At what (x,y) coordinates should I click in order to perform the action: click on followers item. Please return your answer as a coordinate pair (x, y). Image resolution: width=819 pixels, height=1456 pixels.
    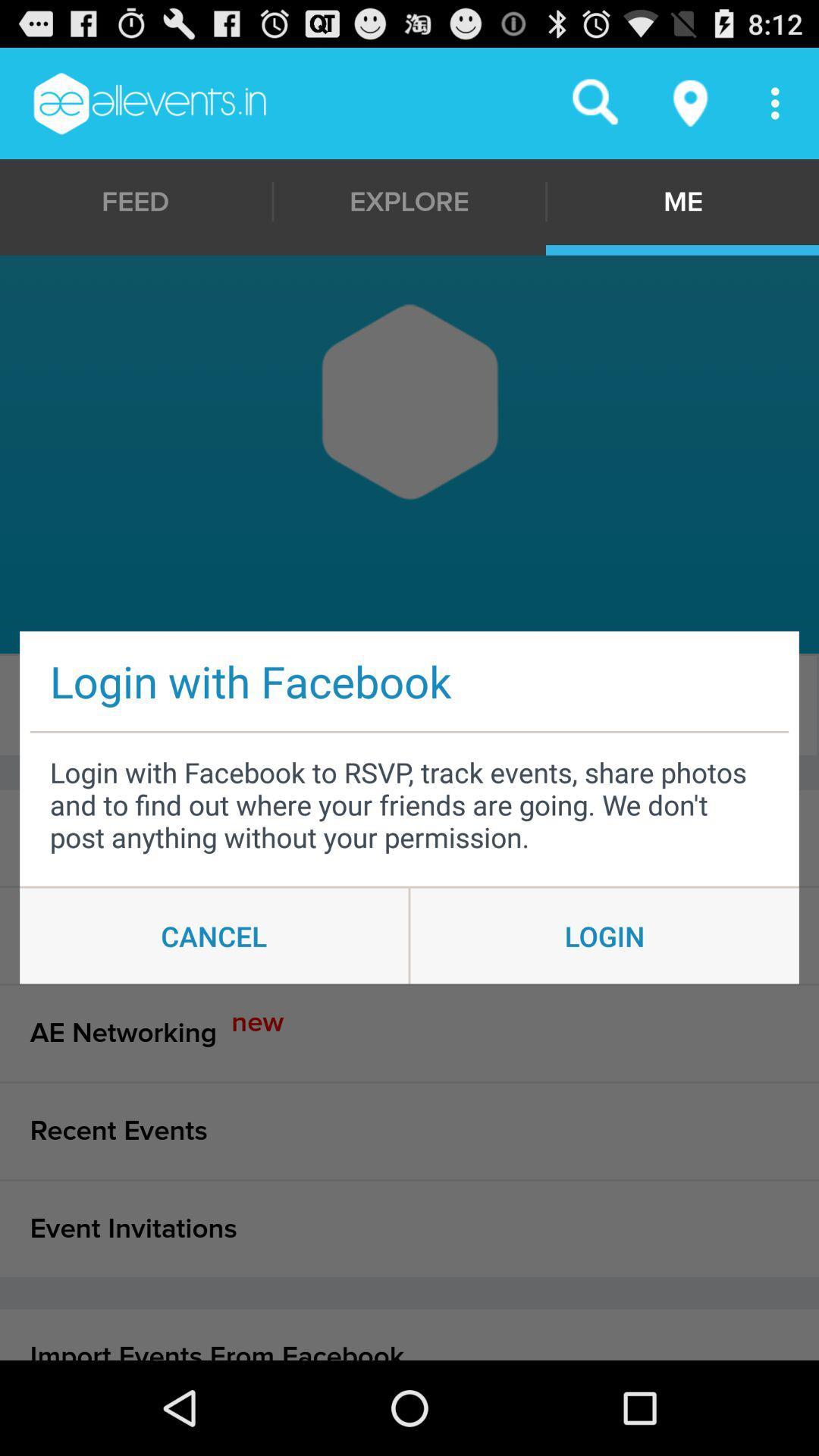
    Looking at the image, I should click on (405, 704).